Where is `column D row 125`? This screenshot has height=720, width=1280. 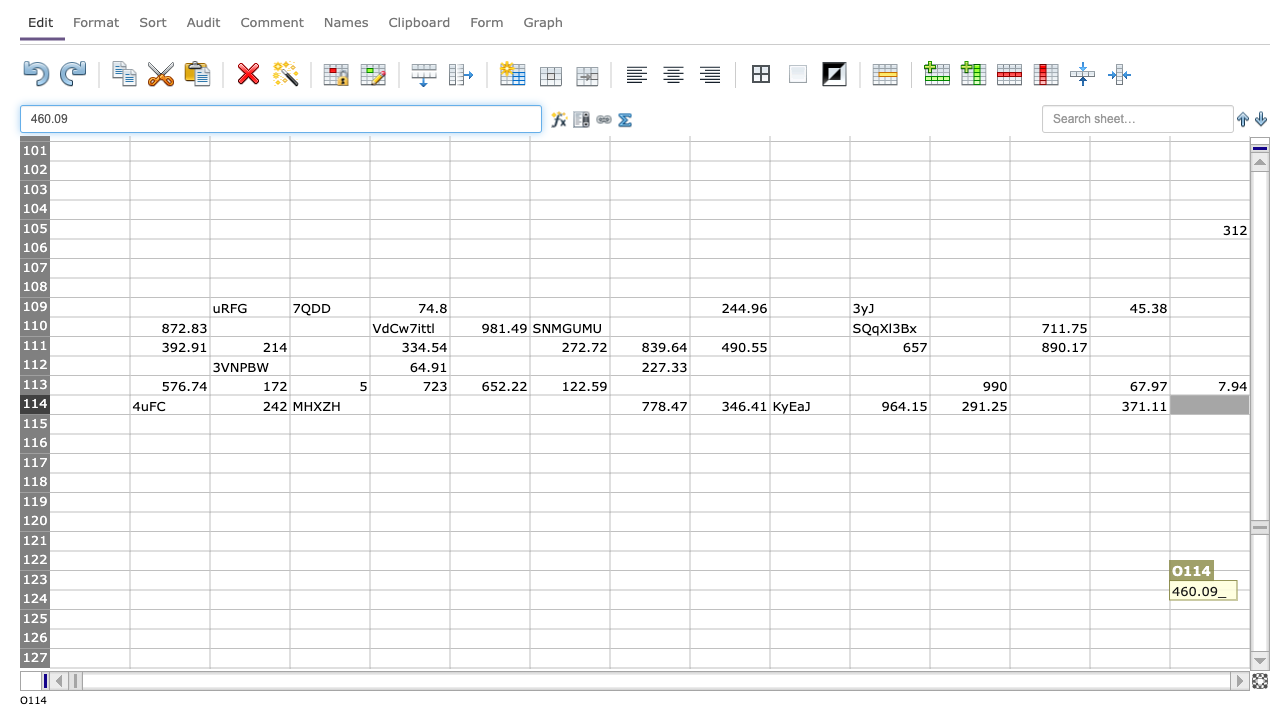 column D row 125 is located at coordinates (329, 618).